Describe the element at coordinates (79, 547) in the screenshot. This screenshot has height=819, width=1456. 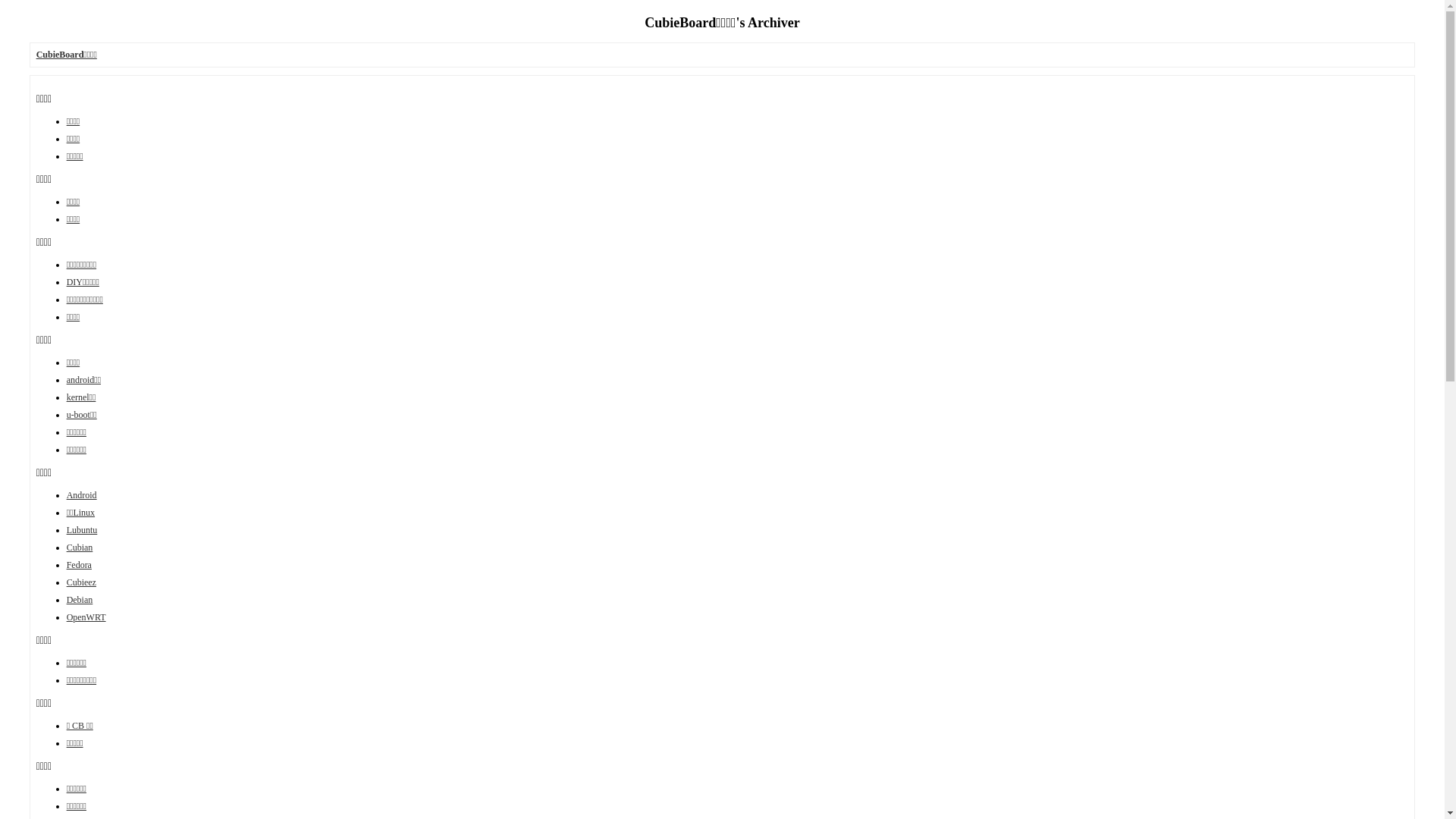
I see `'Cubian'` at that location.